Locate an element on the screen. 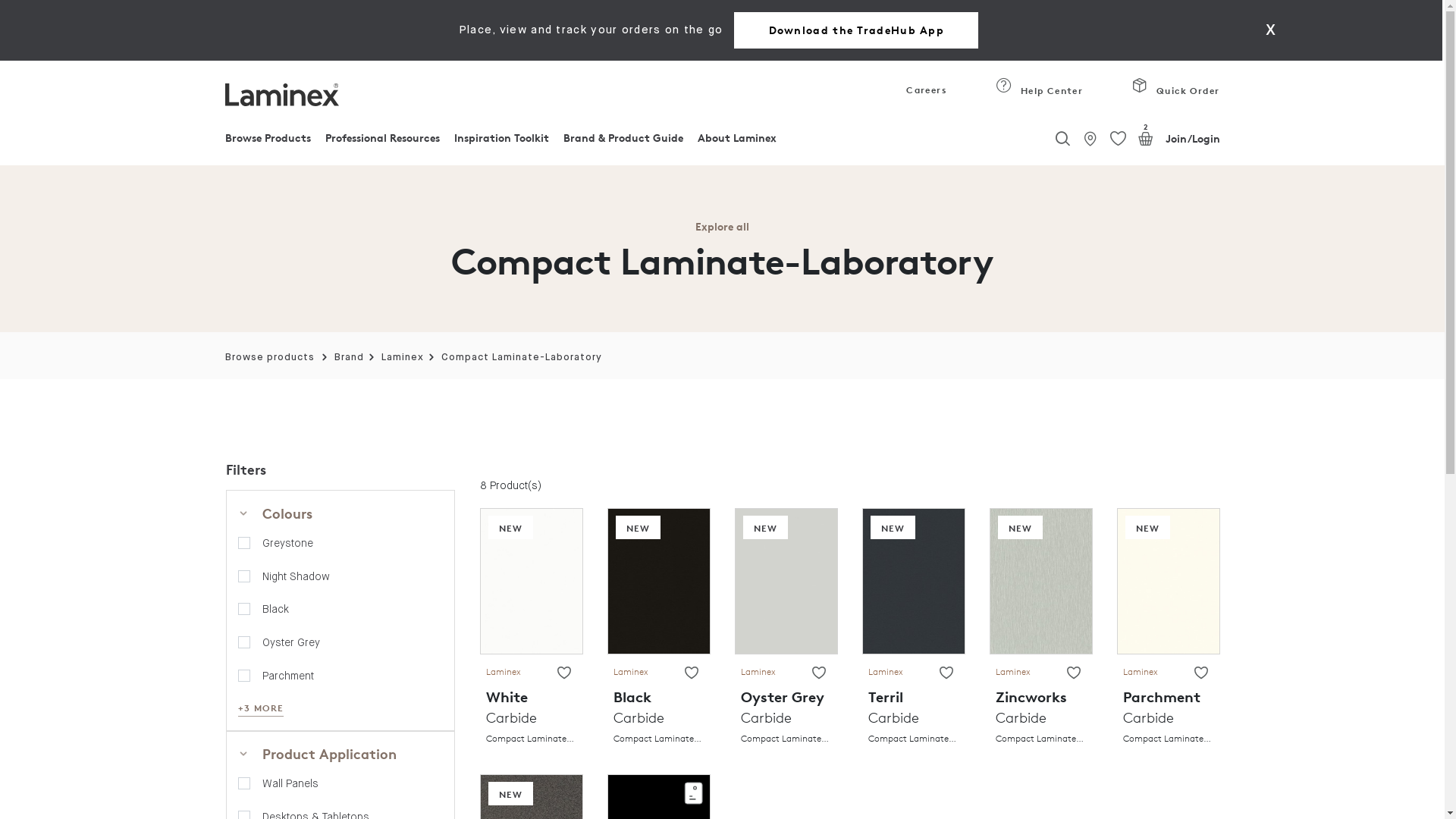 The width and height of the screenshot is (1456, 819). 'Help Center' is located at coordinates (1038, 94).